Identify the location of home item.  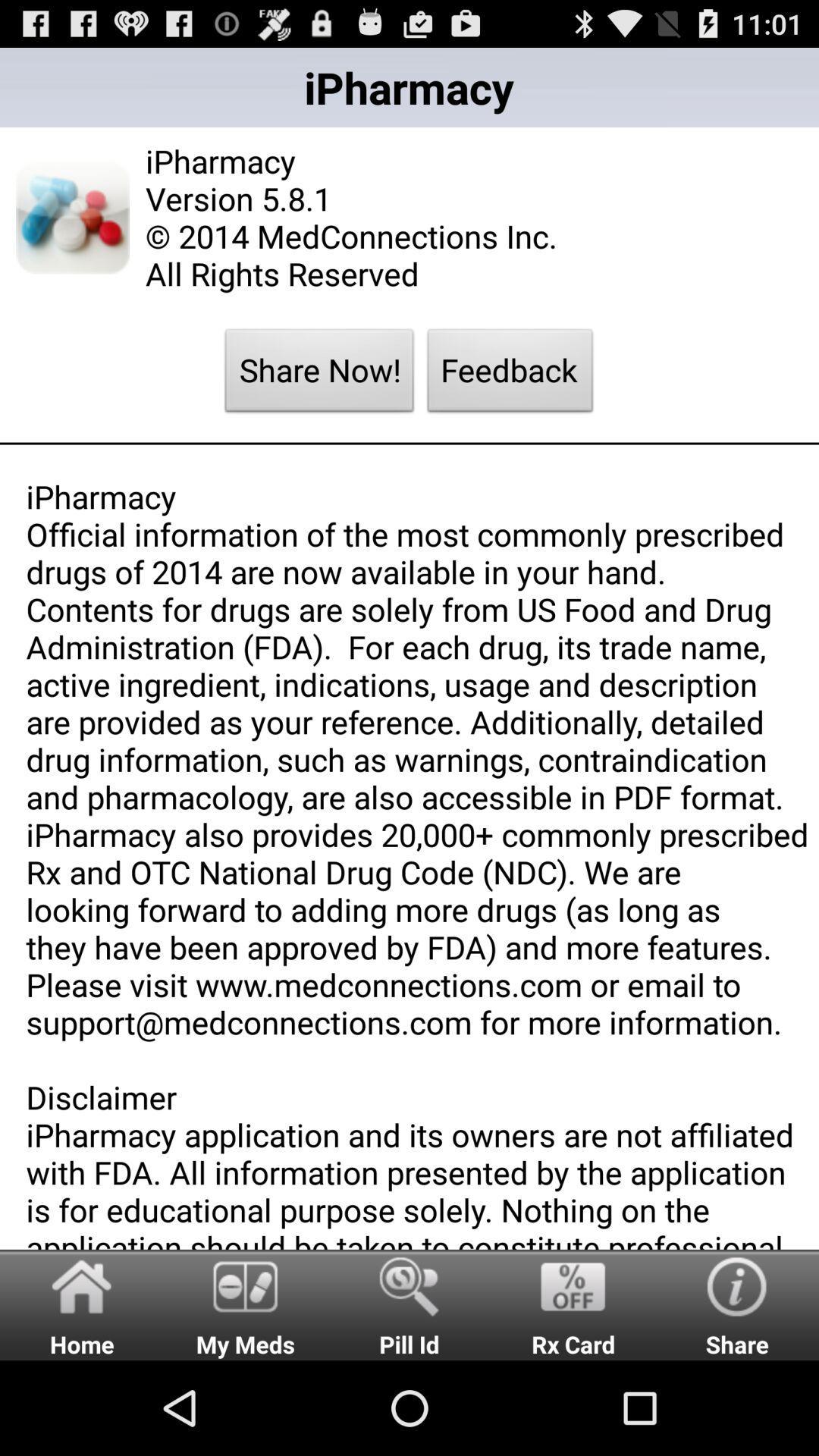
(82, 1304).